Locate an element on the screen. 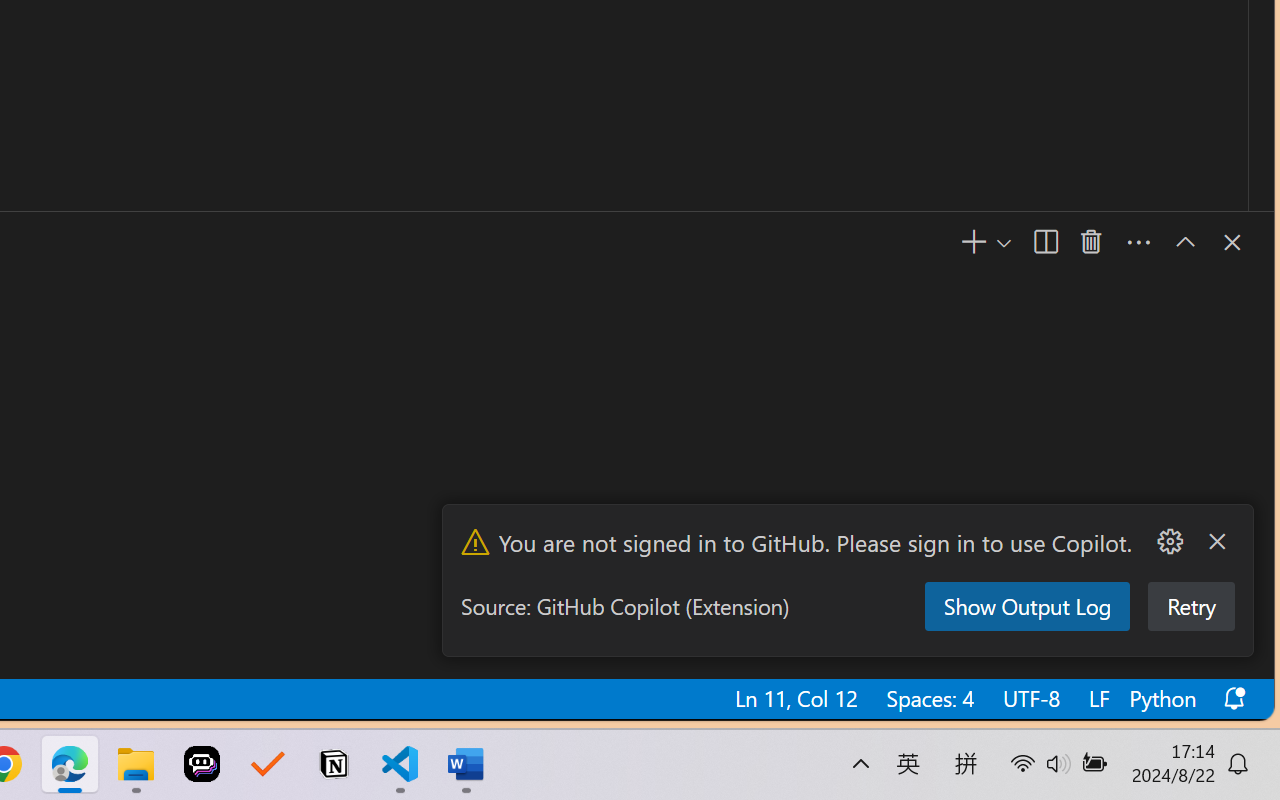 Image resolution: width=1280 pixels, height=800 pixels. 'Notifications' is located at coordinates (1231, 698).